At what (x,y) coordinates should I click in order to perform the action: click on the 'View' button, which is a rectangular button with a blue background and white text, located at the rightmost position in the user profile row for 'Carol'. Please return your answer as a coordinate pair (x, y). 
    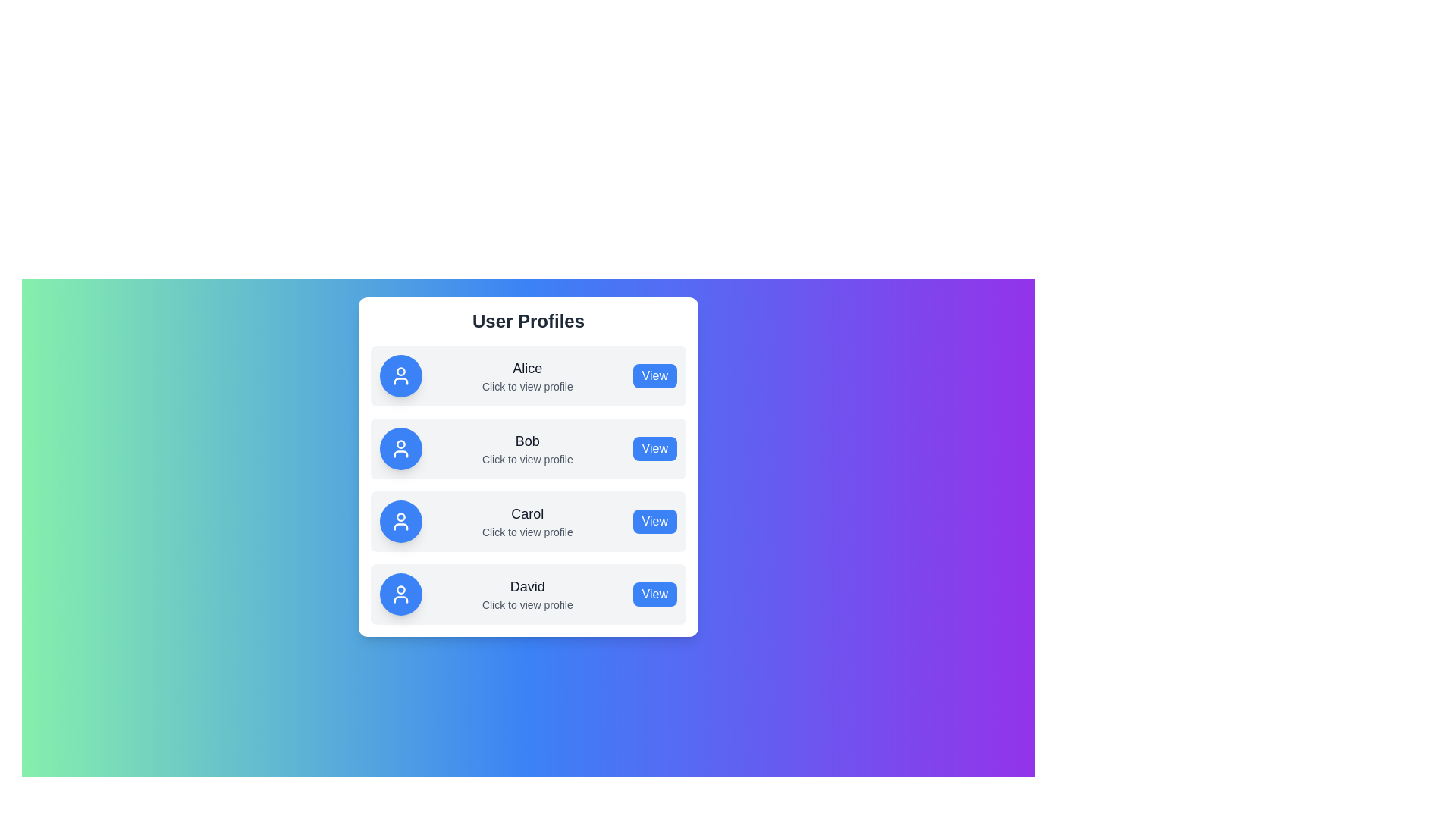
    Looking at the image, I should click on (654, 520).